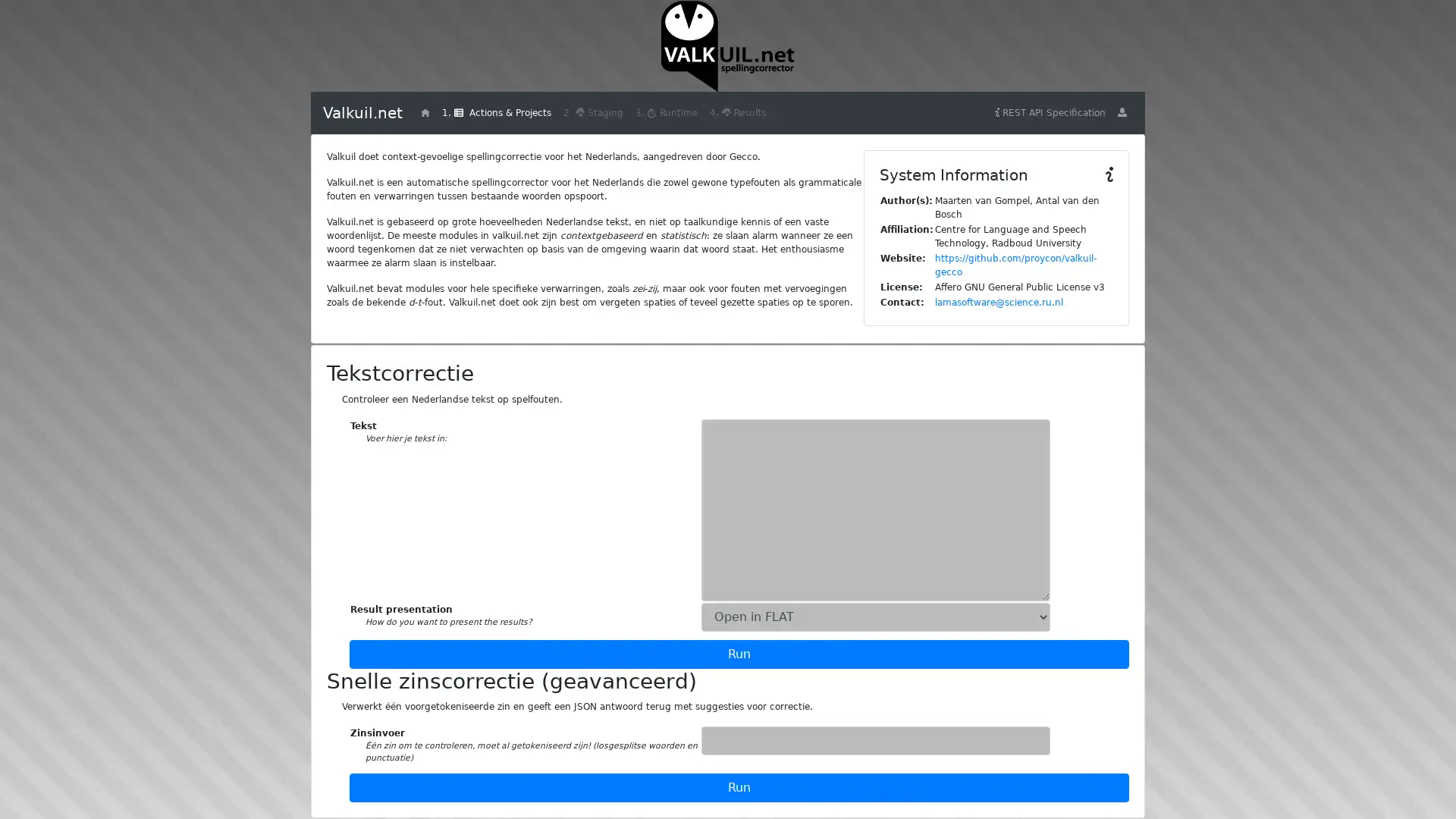 This screenshot has width=1456, height=819. What do you see at coordinates (739, 652) in the screenshot?
I see `Run` at bounding box center [739, 652].